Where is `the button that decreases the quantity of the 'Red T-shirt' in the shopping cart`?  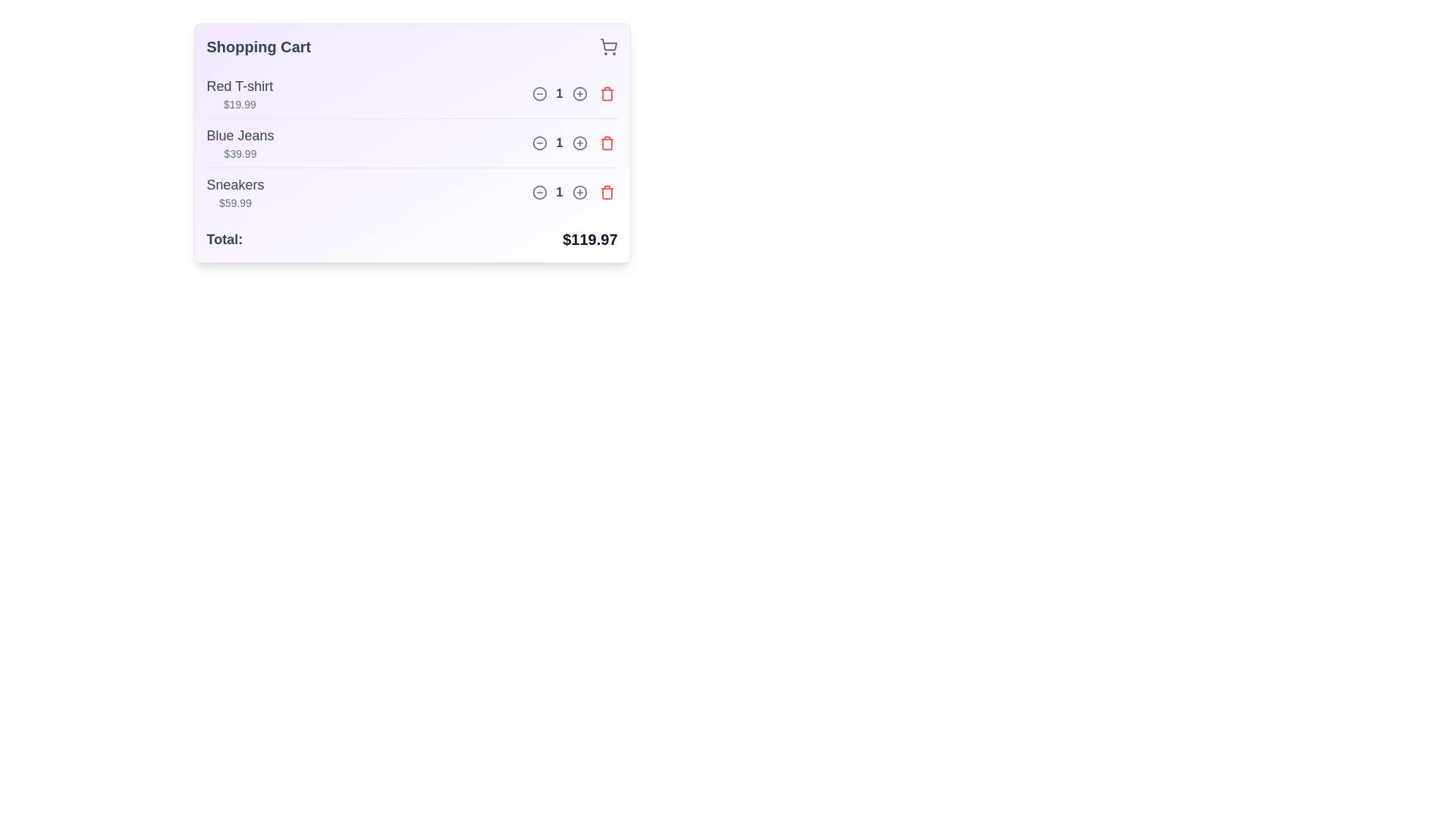
the button that decreases the quantity of the 'Red T-shirt' in the shopping cart is located at coordinates (539, 93).